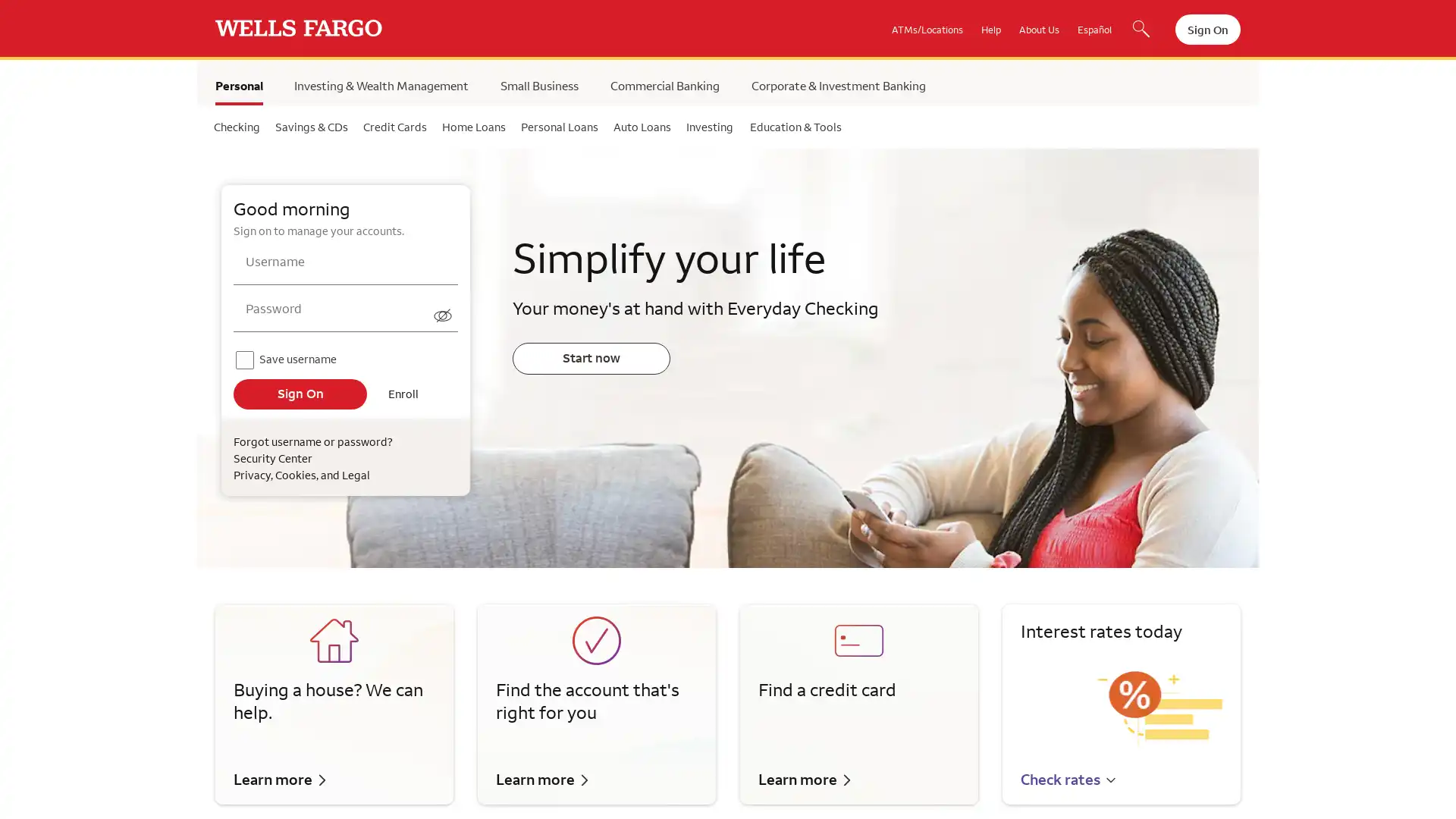 Image resolution: width=1456 pixels, height=819 pixels. What do you see at coordinates (590, 358) in the screenshot?
I see `Start now with everyday checking` at bounding box center [590, 358].